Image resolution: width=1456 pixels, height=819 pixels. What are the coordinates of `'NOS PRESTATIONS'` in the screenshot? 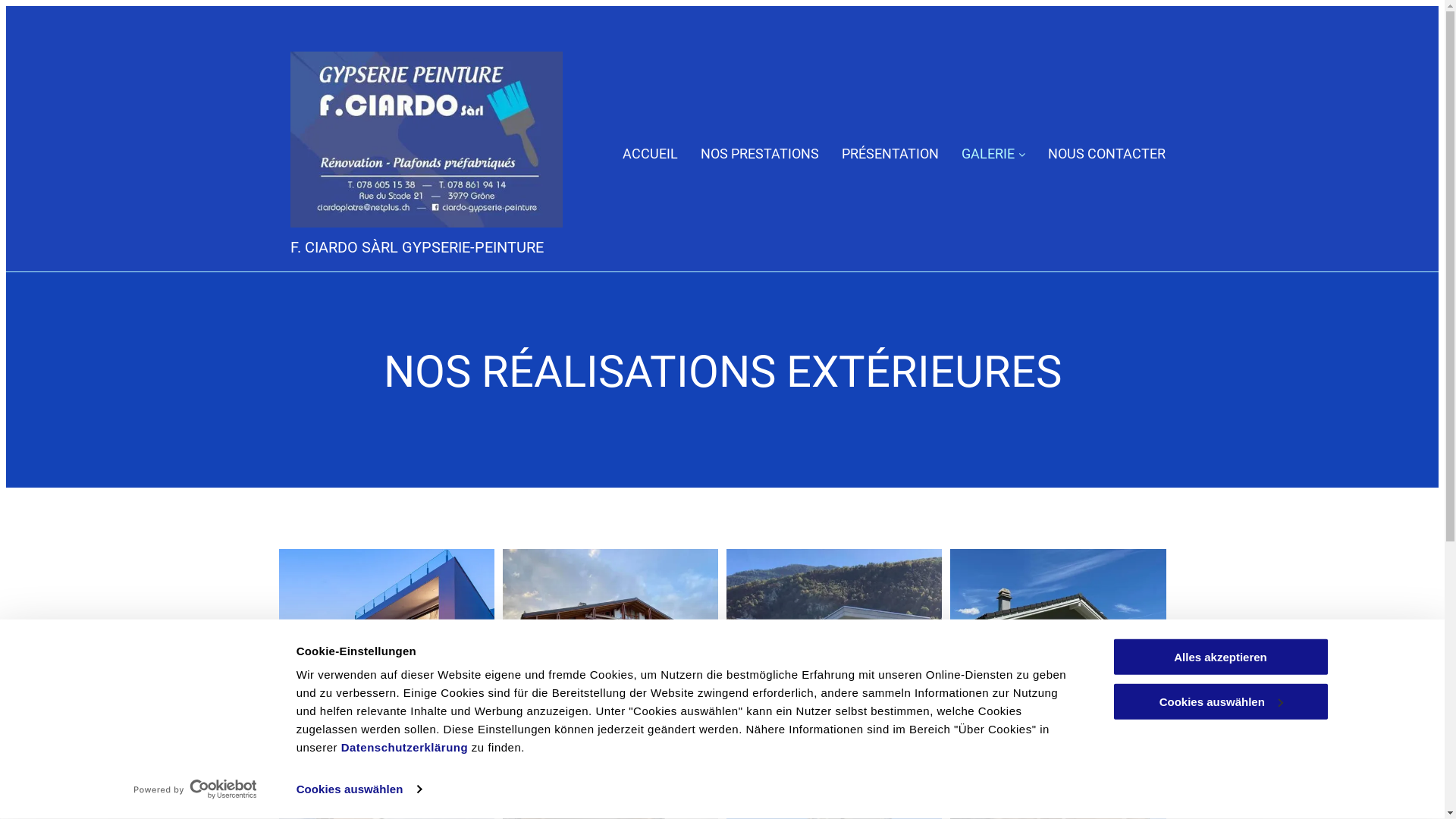 It's located at (760, 154).